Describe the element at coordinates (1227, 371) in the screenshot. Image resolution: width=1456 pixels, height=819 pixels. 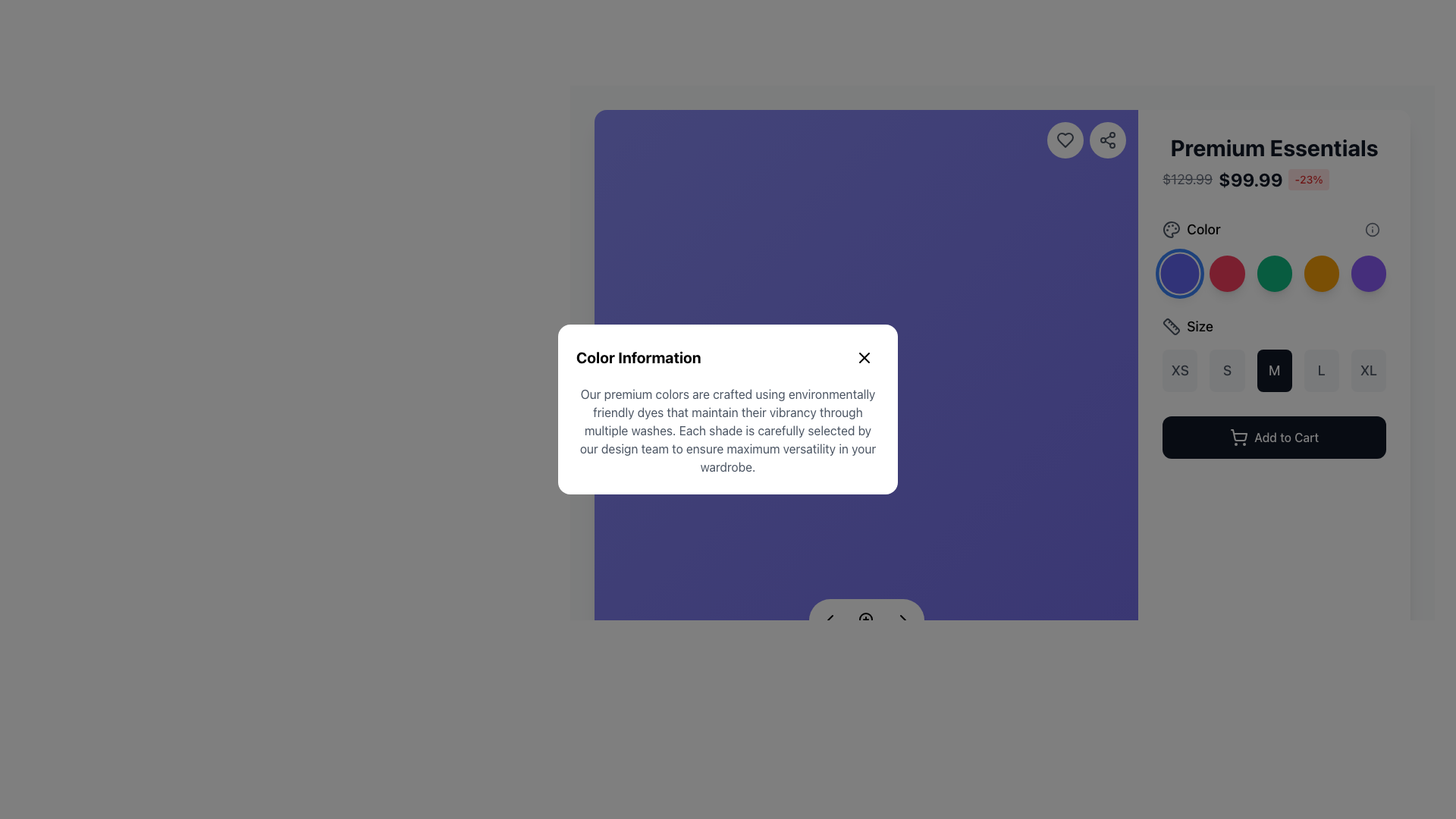
I see `the button labeled 'S', which is the second button in a horizontal row of size selection buttons` at that location.